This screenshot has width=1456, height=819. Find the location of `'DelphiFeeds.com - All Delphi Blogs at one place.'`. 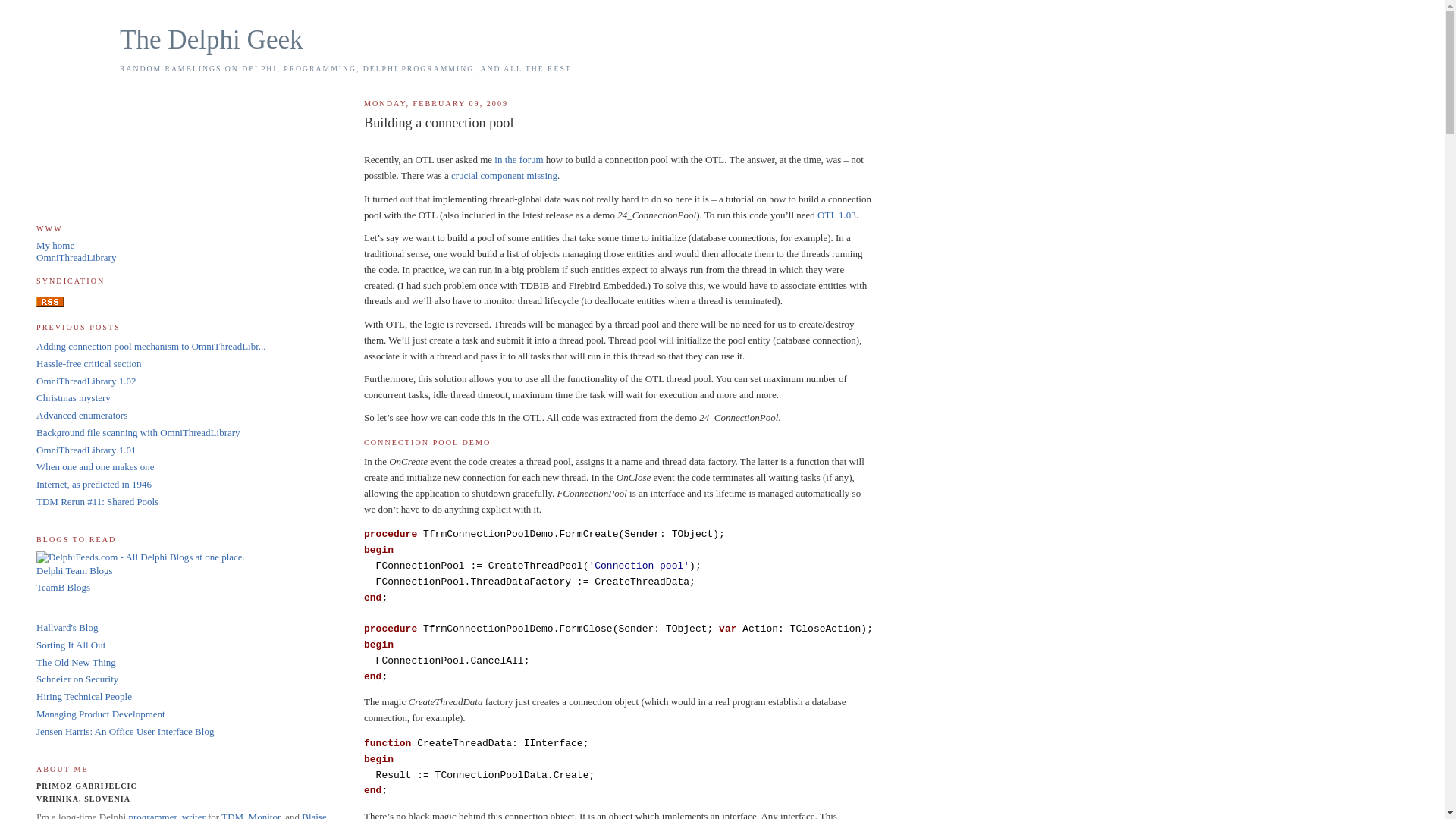

'DelphiFeeds.com - All Delphi Blogs at one place.' is located at coordinates (140, 557).